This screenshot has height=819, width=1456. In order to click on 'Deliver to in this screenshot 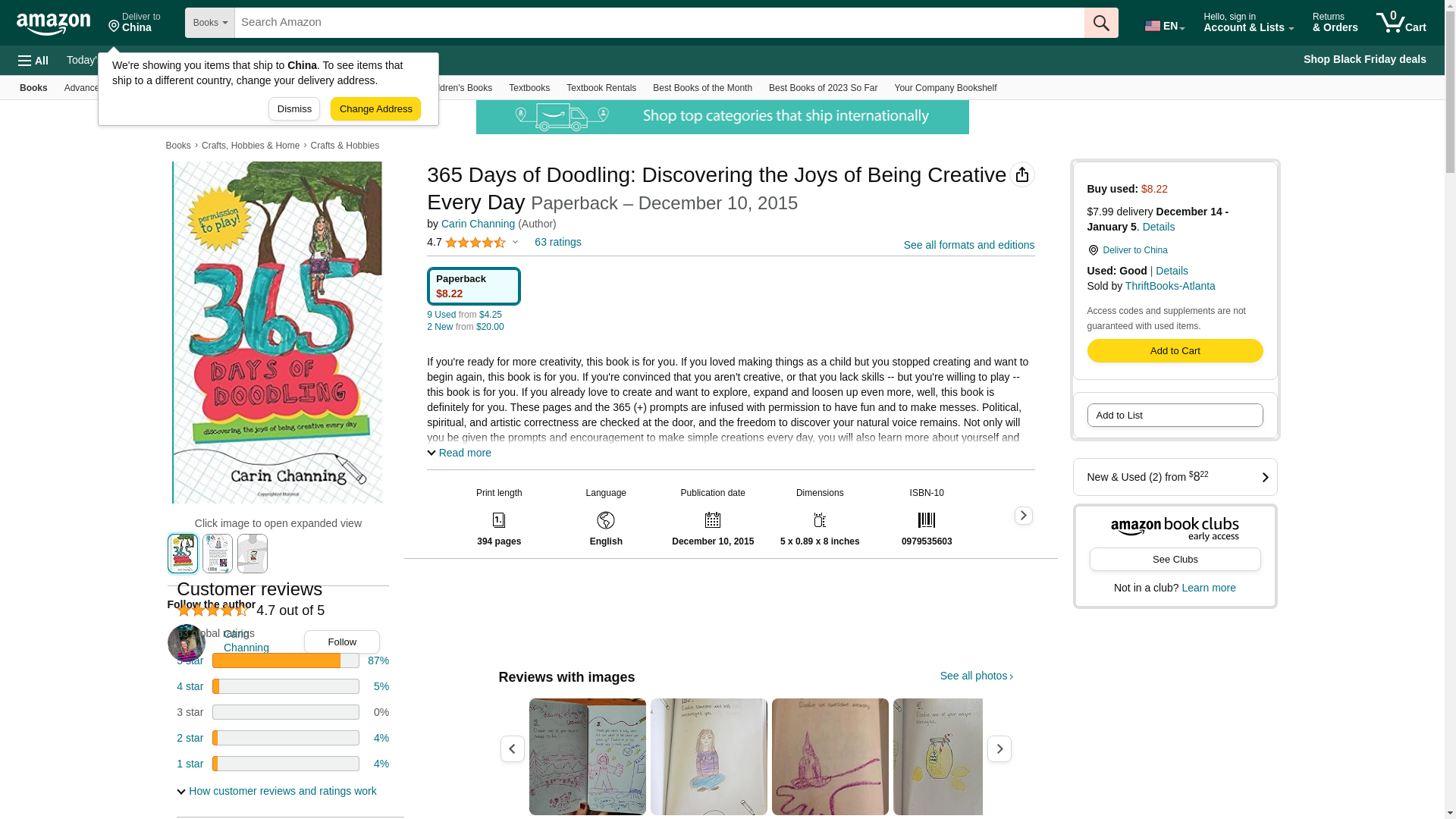, I will do `click(134, 23)`.